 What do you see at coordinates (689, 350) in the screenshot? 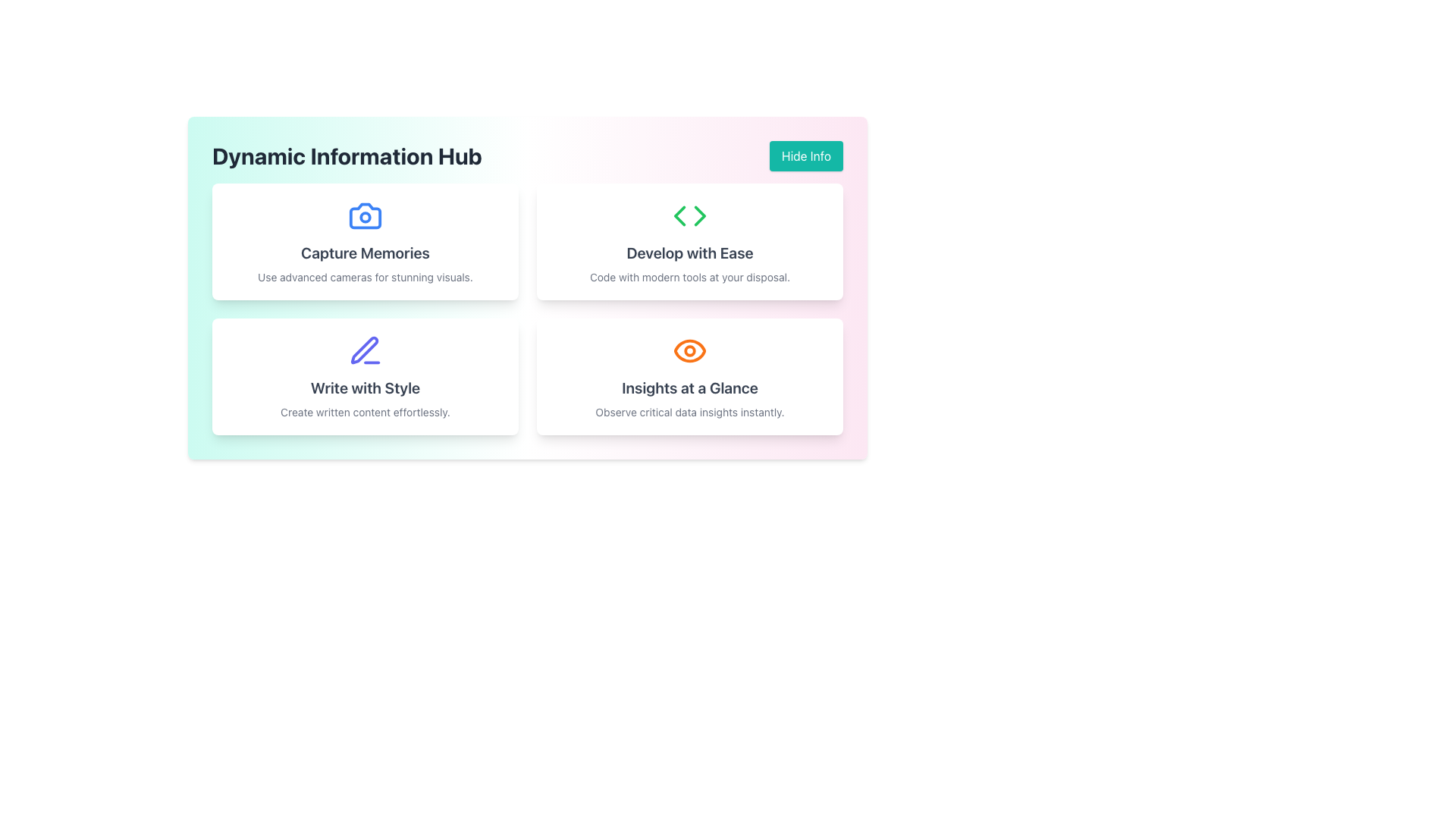
I see `the stylized orange eye icon located in the top-middle section of the 'Insights at a Glance' card` at bounding box center [689, 350].